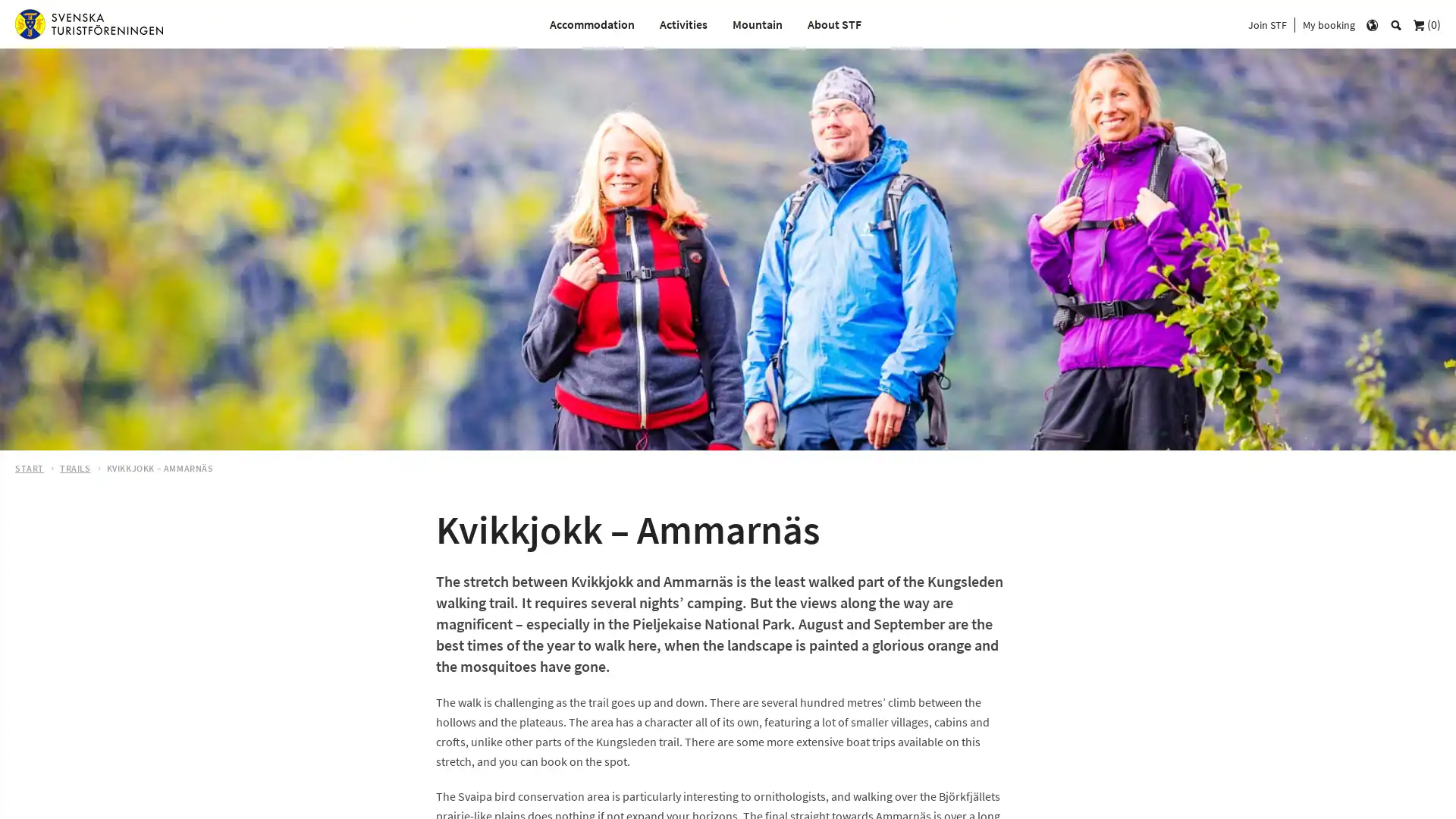 Image resolution: width=1456 pixels, height=819 pixels. What do you see at coordinates (1010, 58) in the screenshot?
I see `s` at bounding box center [1010, 58].